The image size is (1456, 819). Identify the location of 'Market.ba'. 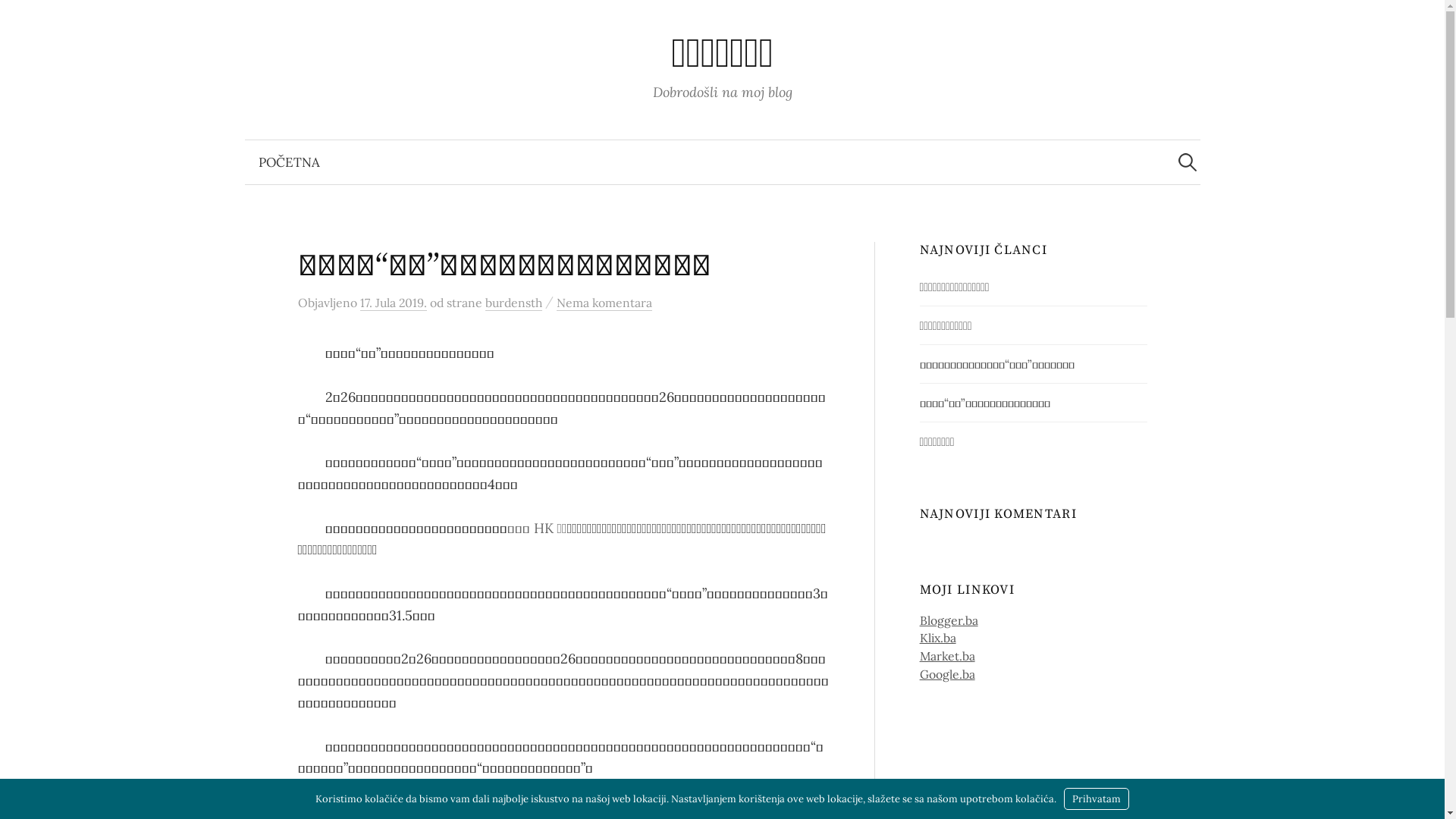
(946, 654).